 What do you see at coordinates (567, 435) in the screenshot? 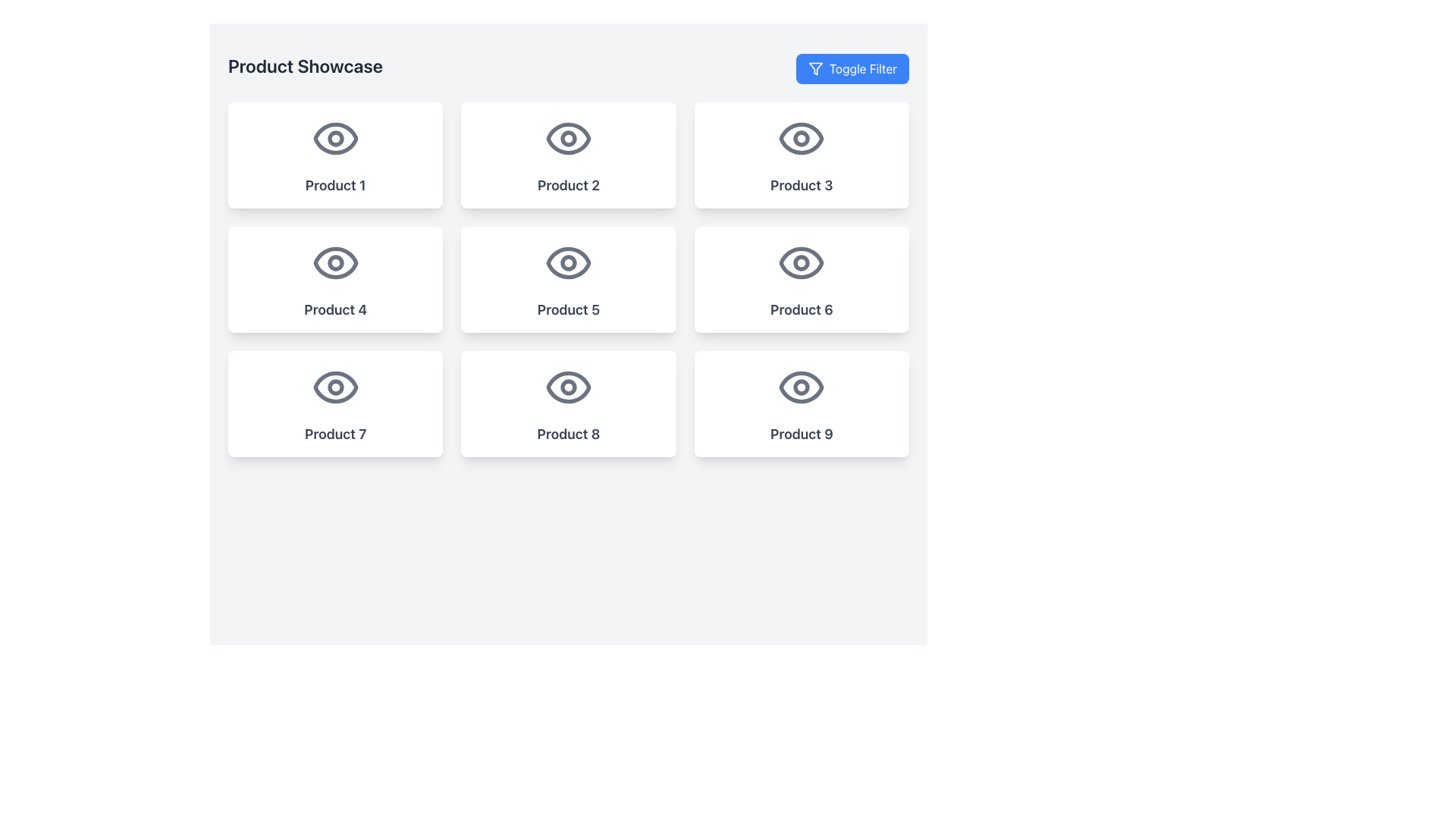
I see `the text label reading 'Product 8' located in the bottom central card of a 3x3 grid layout, specifically the second card in the last row, beneath an eye-shaped icon` at bounding box center [567, 435].